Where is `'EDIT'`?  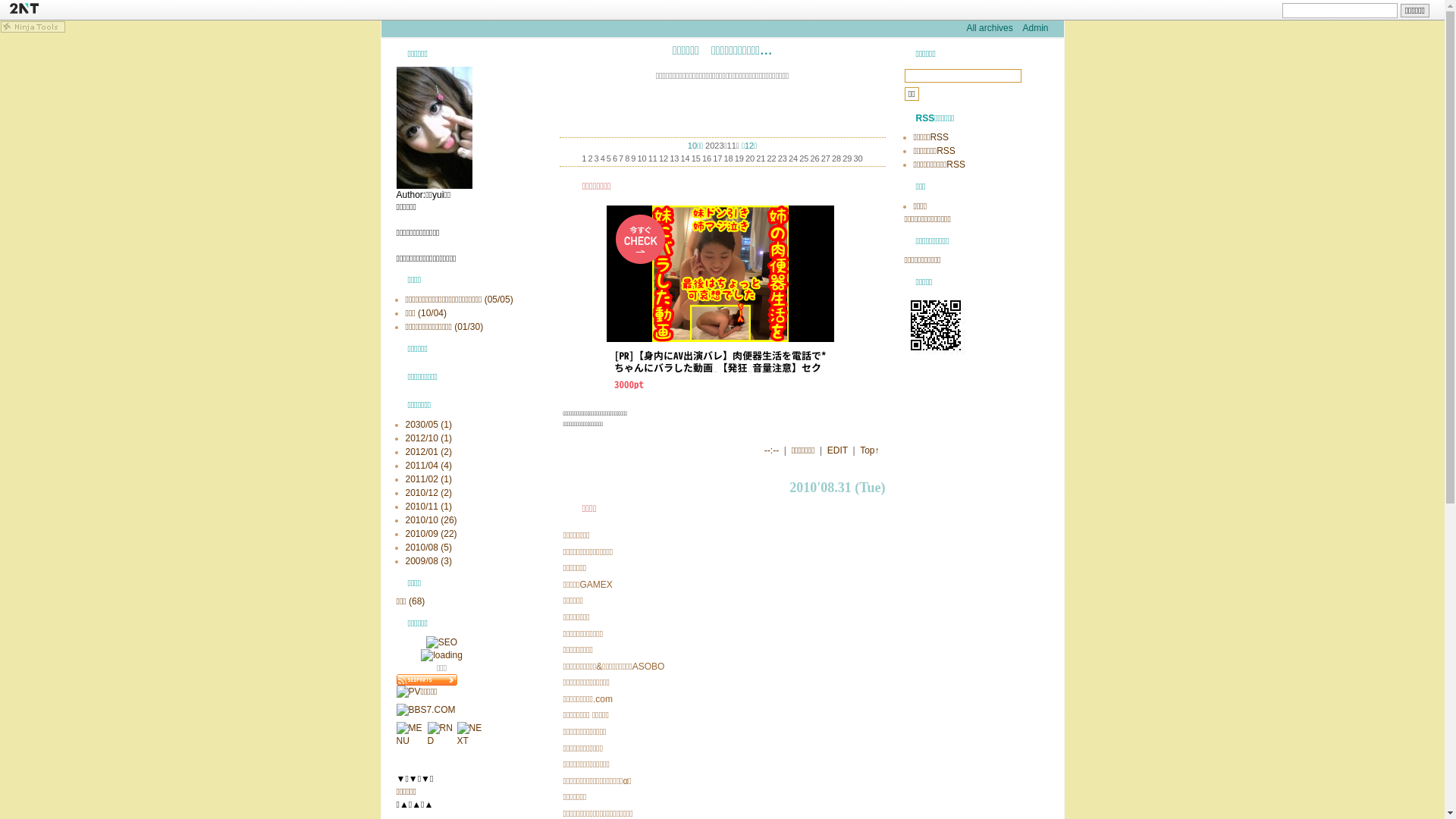 'EDIT' is located at coordinates (836, 450).